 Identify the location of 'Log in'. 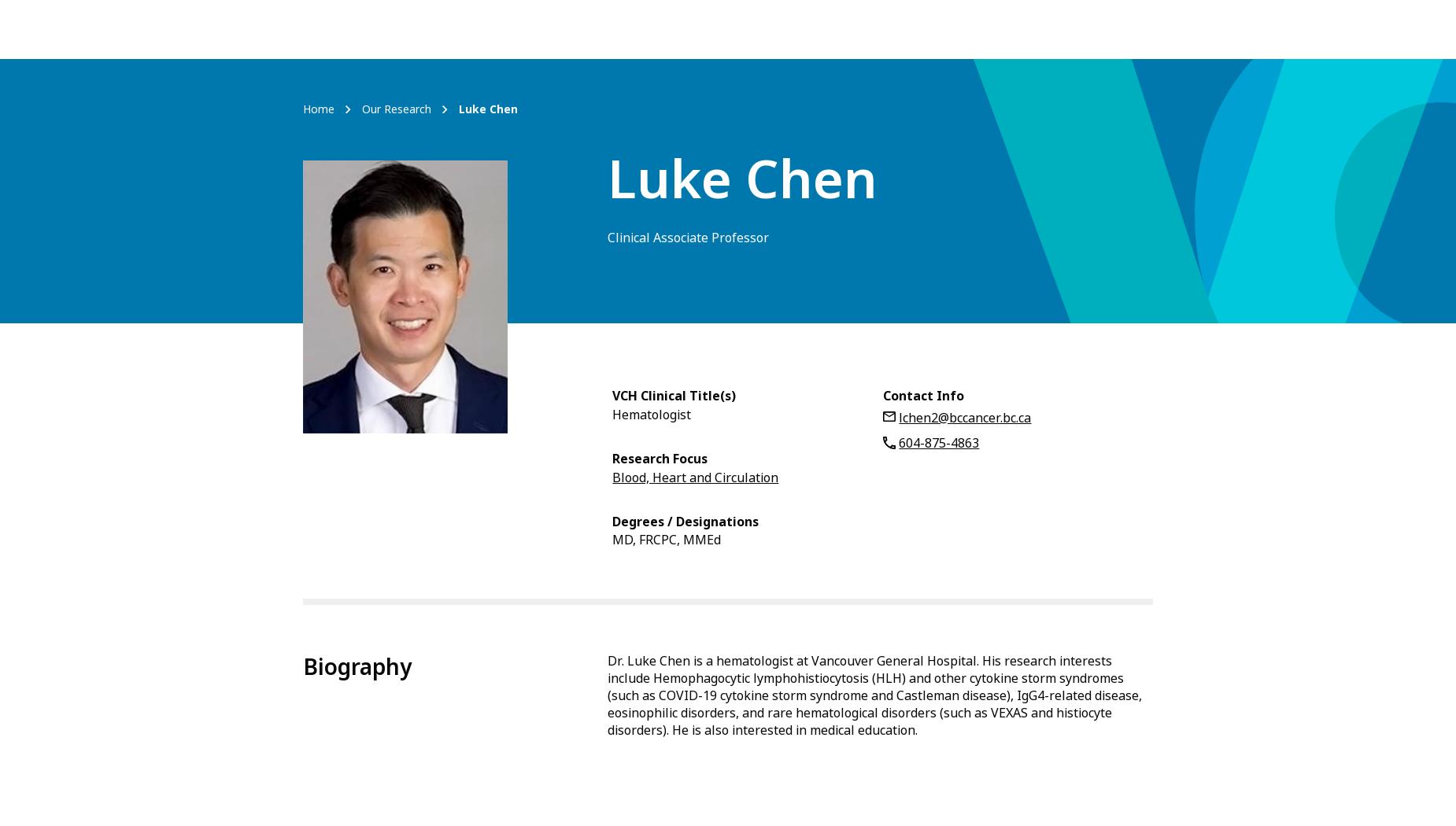
(1155, 28).